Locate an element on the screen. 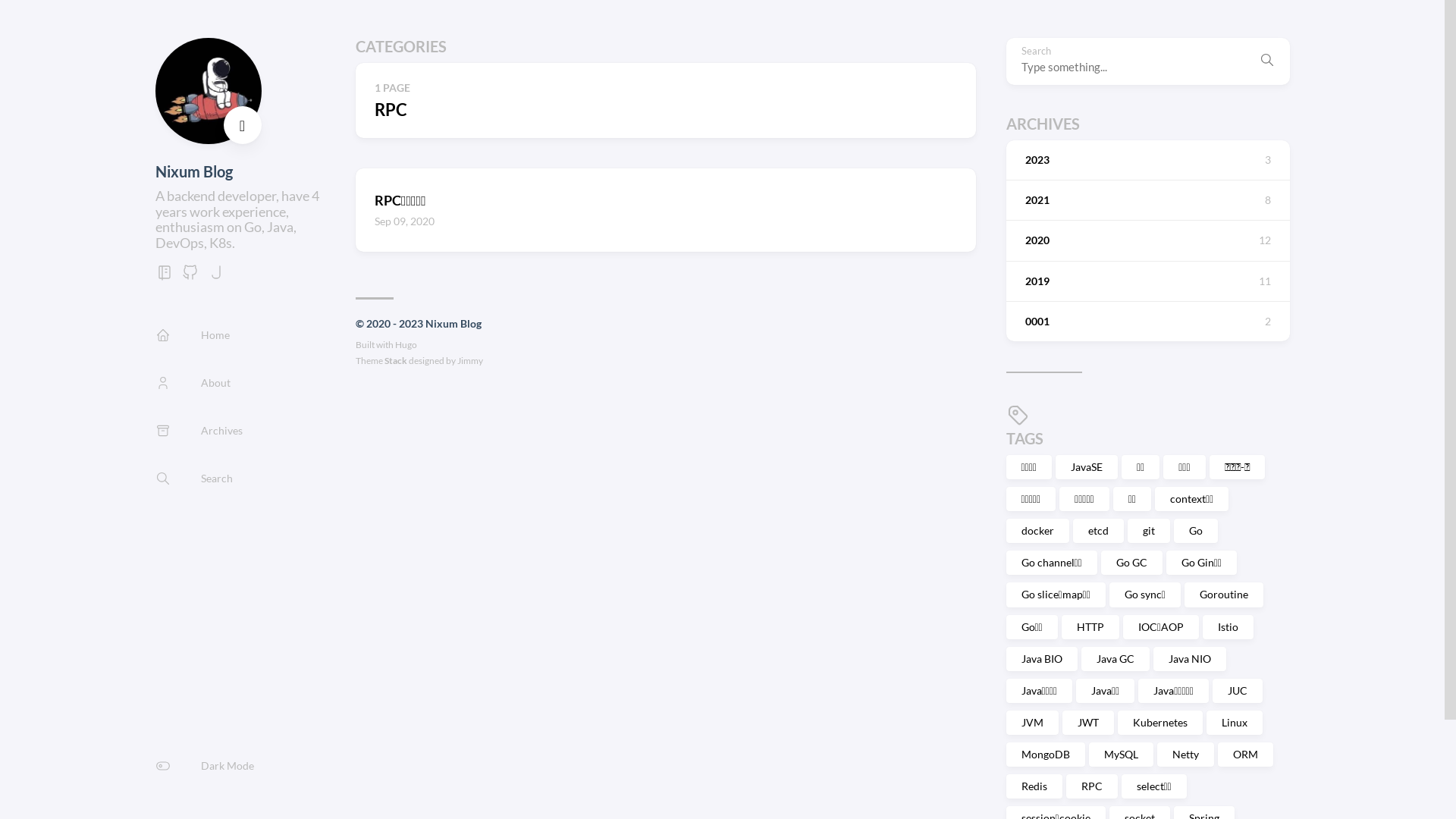  'Goroutine' is located at coordinates (1223, 593).